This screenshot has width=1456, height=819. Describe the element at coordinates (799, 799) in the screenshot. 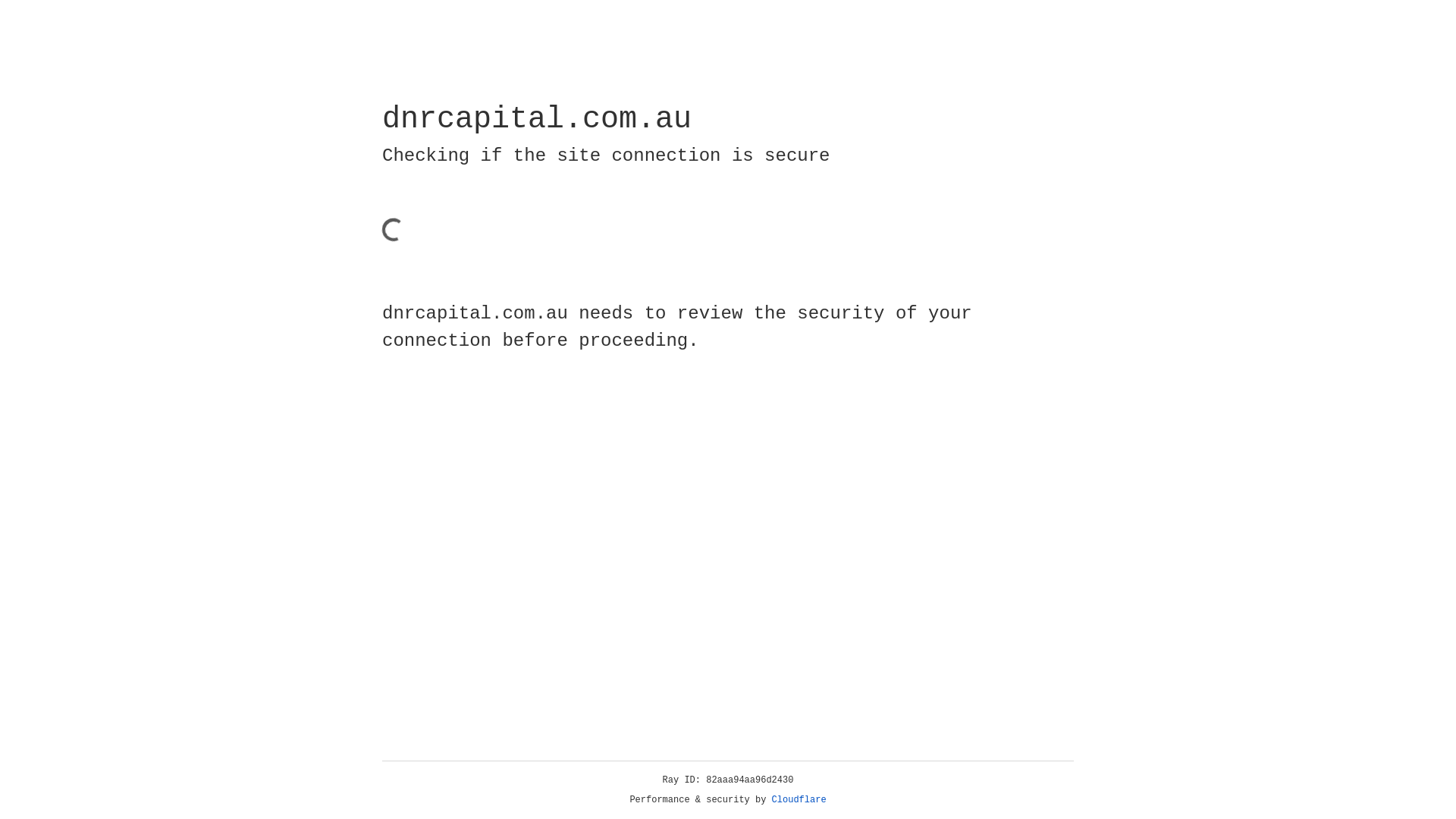

I see `'Cloudflare'` at that location.